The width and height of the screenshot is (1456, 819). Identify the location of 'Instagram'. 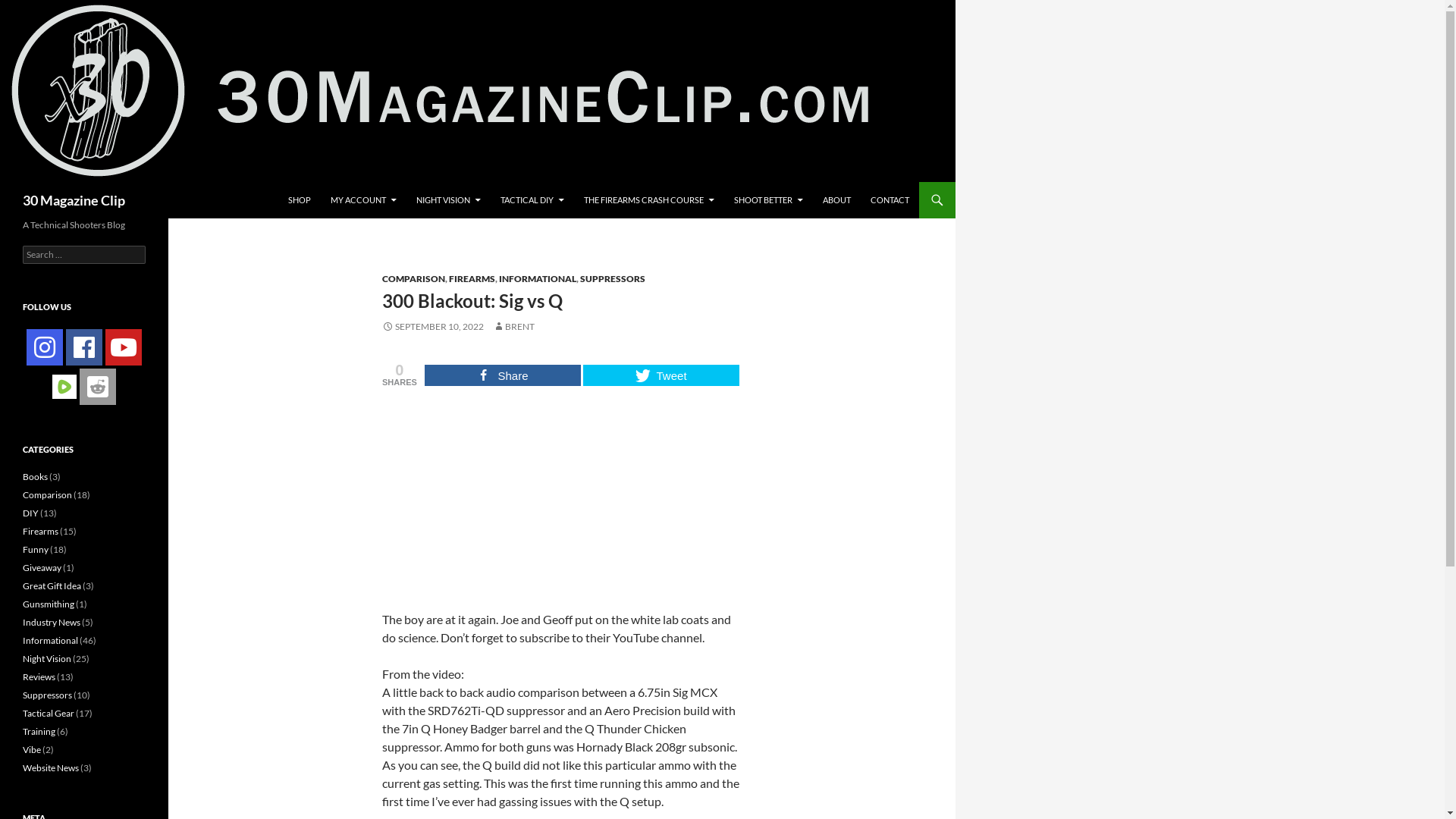
(26, 347).